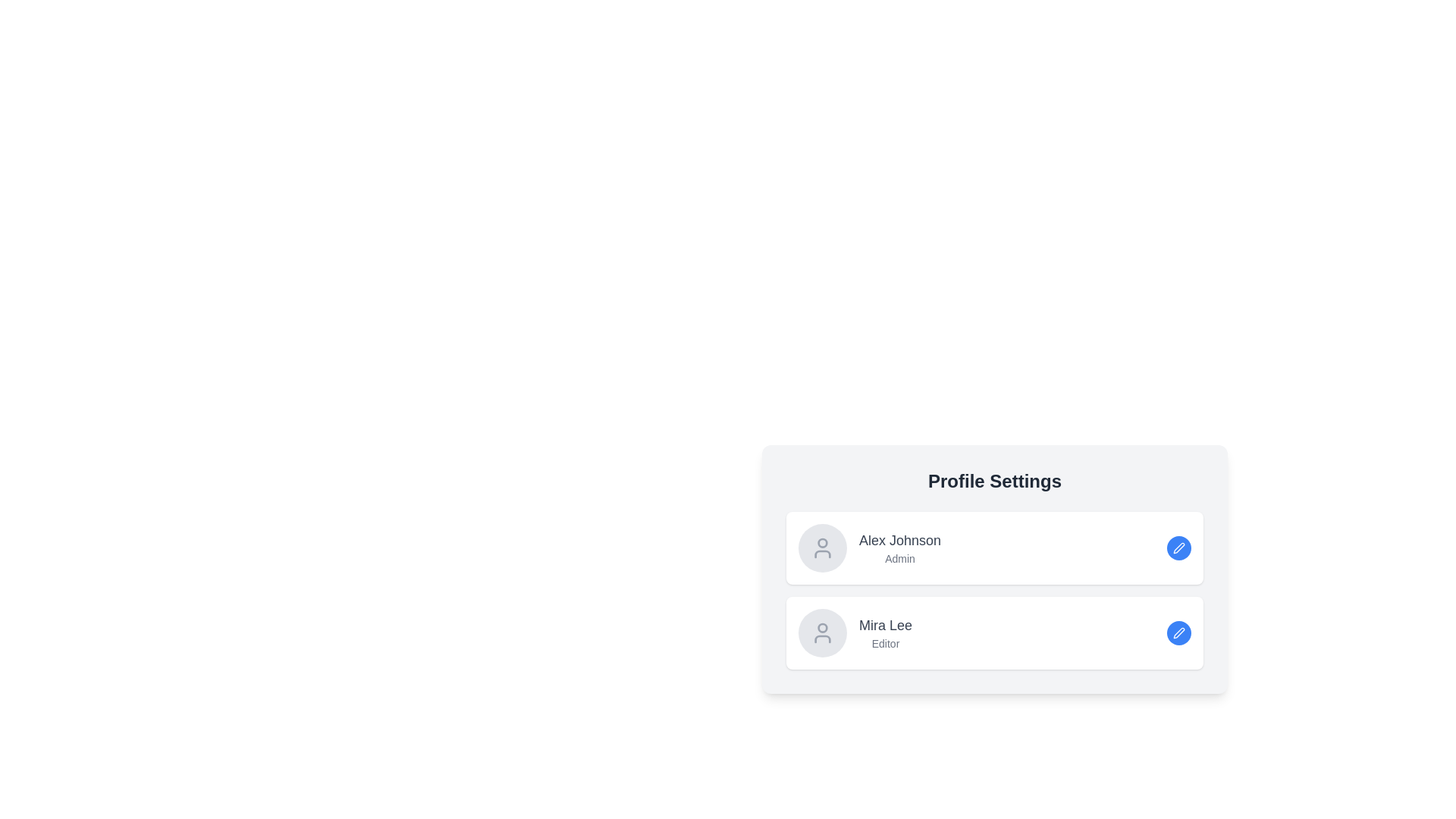 This screenshot has height=819, width=1456. Describe the element at coordinates (1178, 548) in the screenshot. I see `the blue circular button containing the SVG icon beside 'Alex Johnson' to access additional features` at that location.